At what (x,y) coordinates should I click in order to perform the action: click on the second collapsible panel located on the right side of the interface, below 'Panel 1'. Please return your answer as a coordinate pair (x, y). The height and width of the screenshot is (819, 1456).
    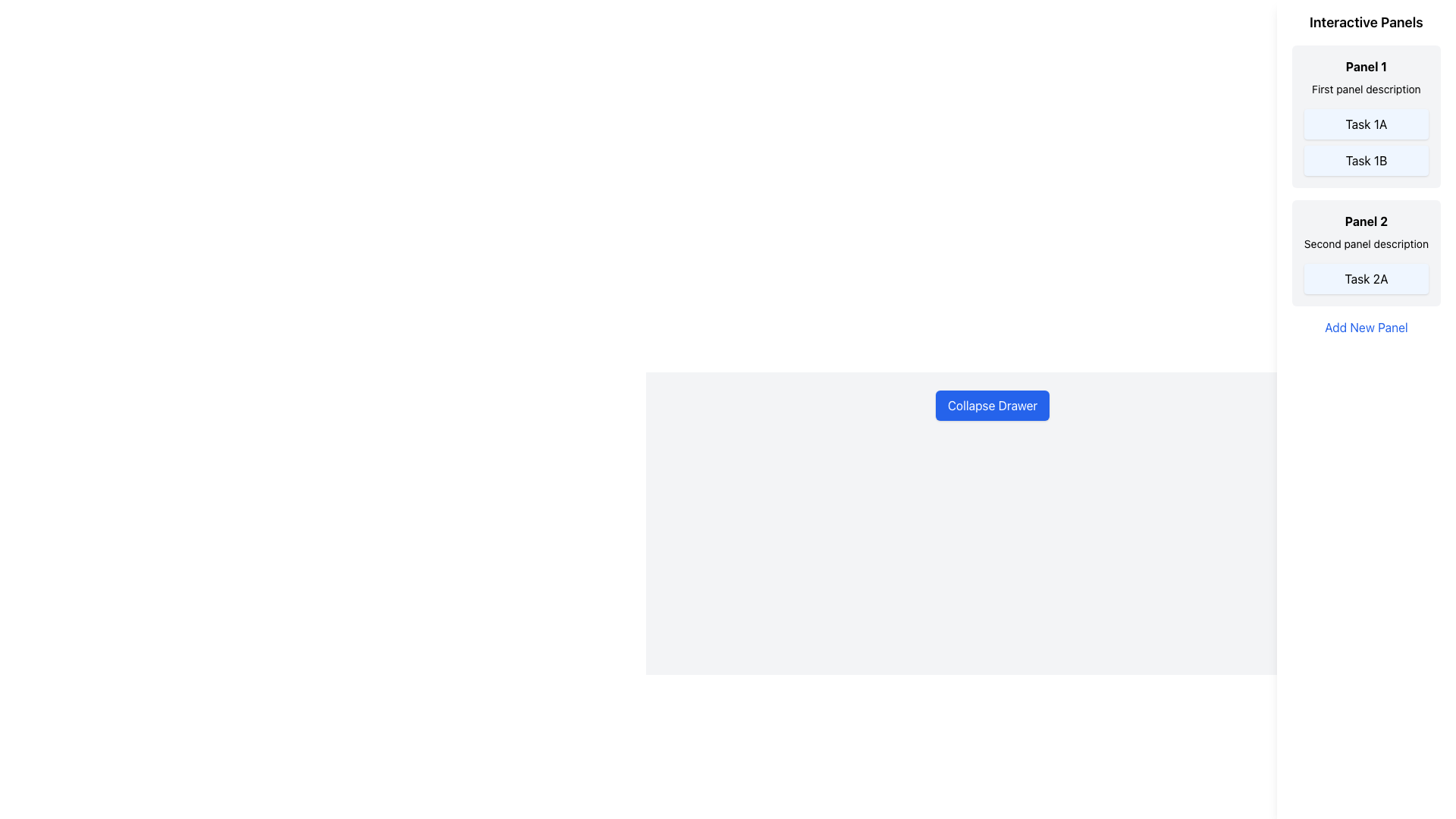
    Looking at the image, I should click on (1366, 253).